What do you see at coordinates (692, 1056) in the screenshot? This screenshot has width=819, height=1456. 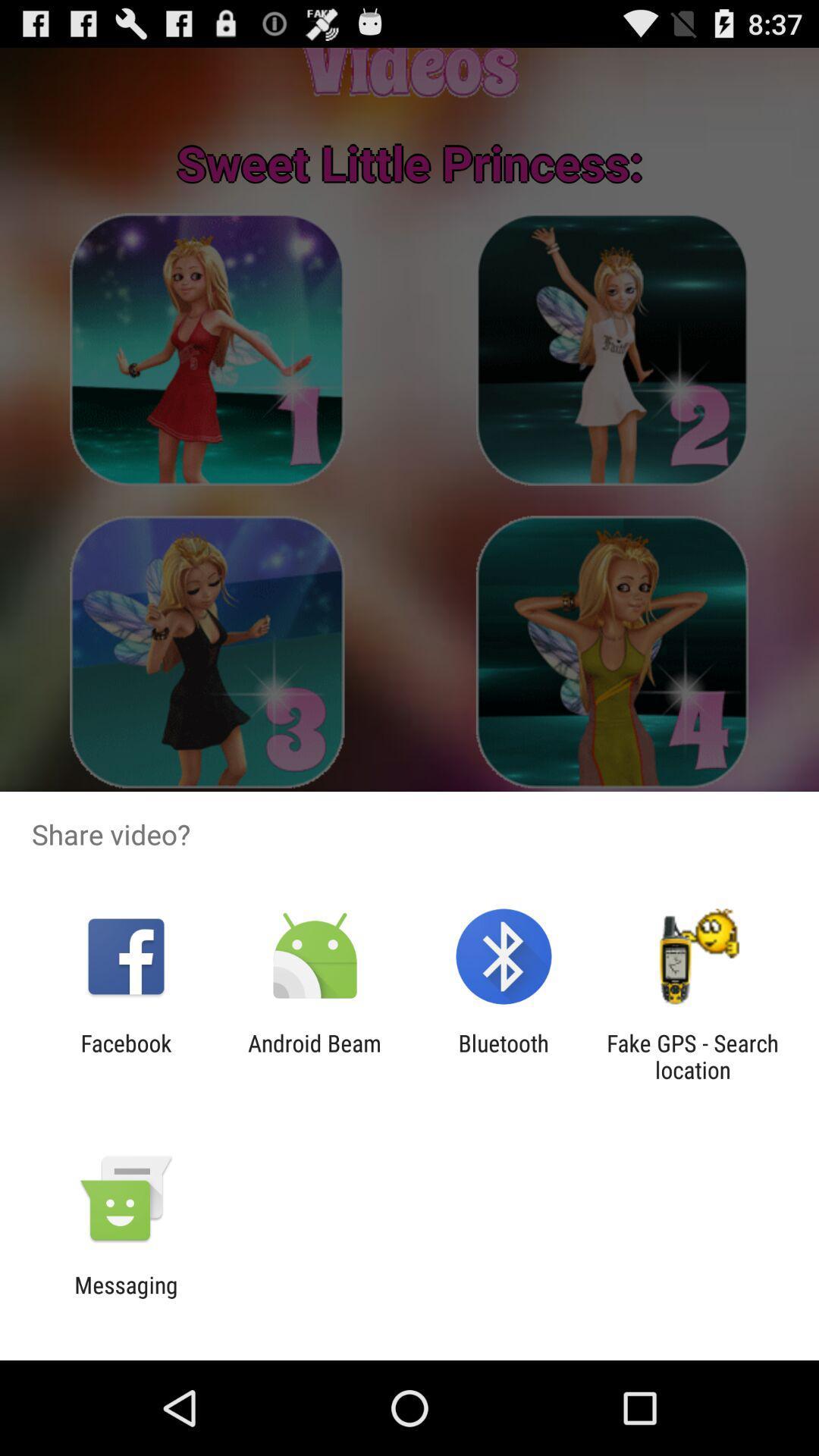 I see `fake gps search icon` at bounding box center [692, 1056].